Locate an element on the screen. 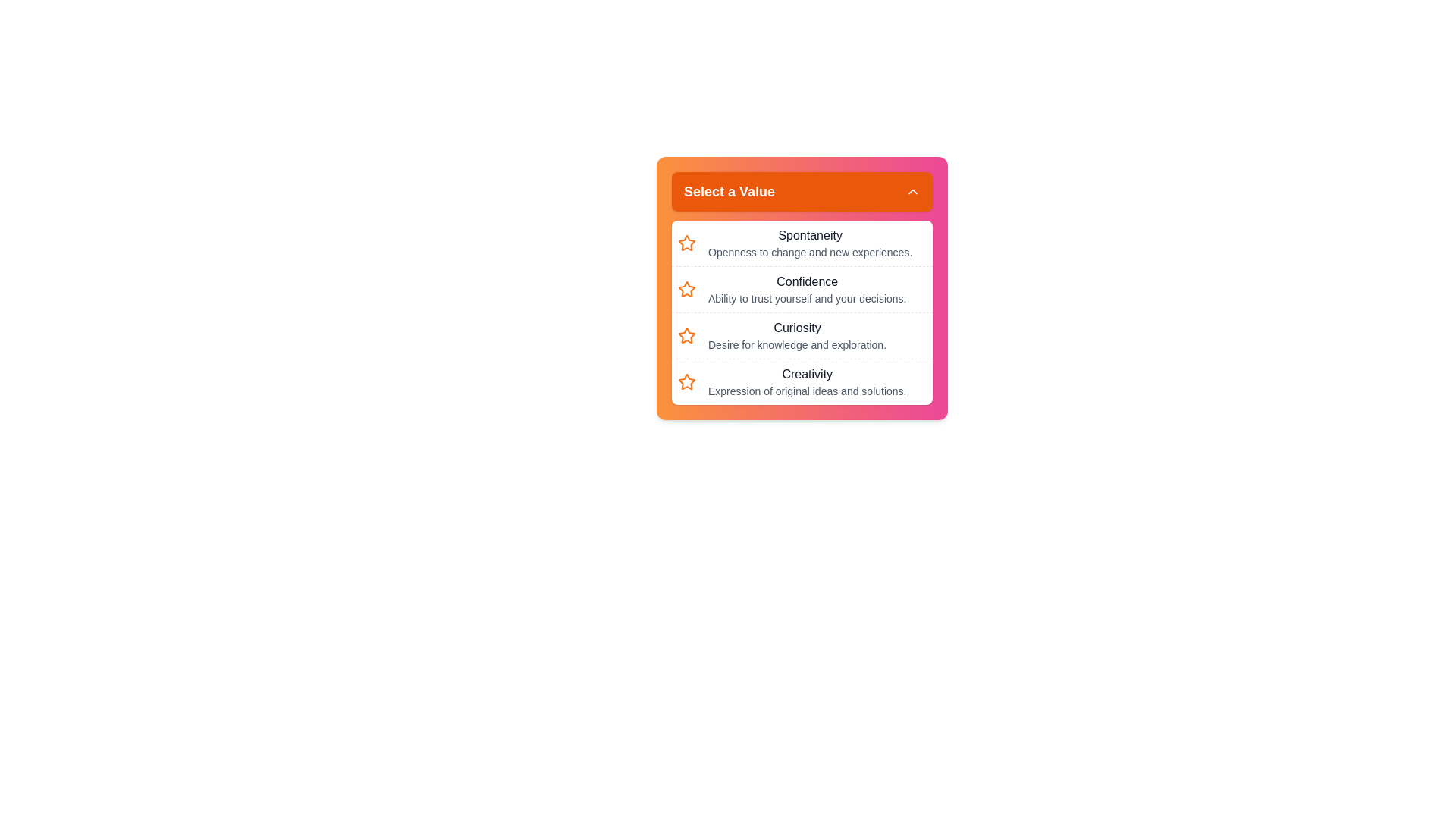 The width and height of the screenshot is (1456, 819). the fourth list item titled 'Creativity' is located at coordinates (801, 380).